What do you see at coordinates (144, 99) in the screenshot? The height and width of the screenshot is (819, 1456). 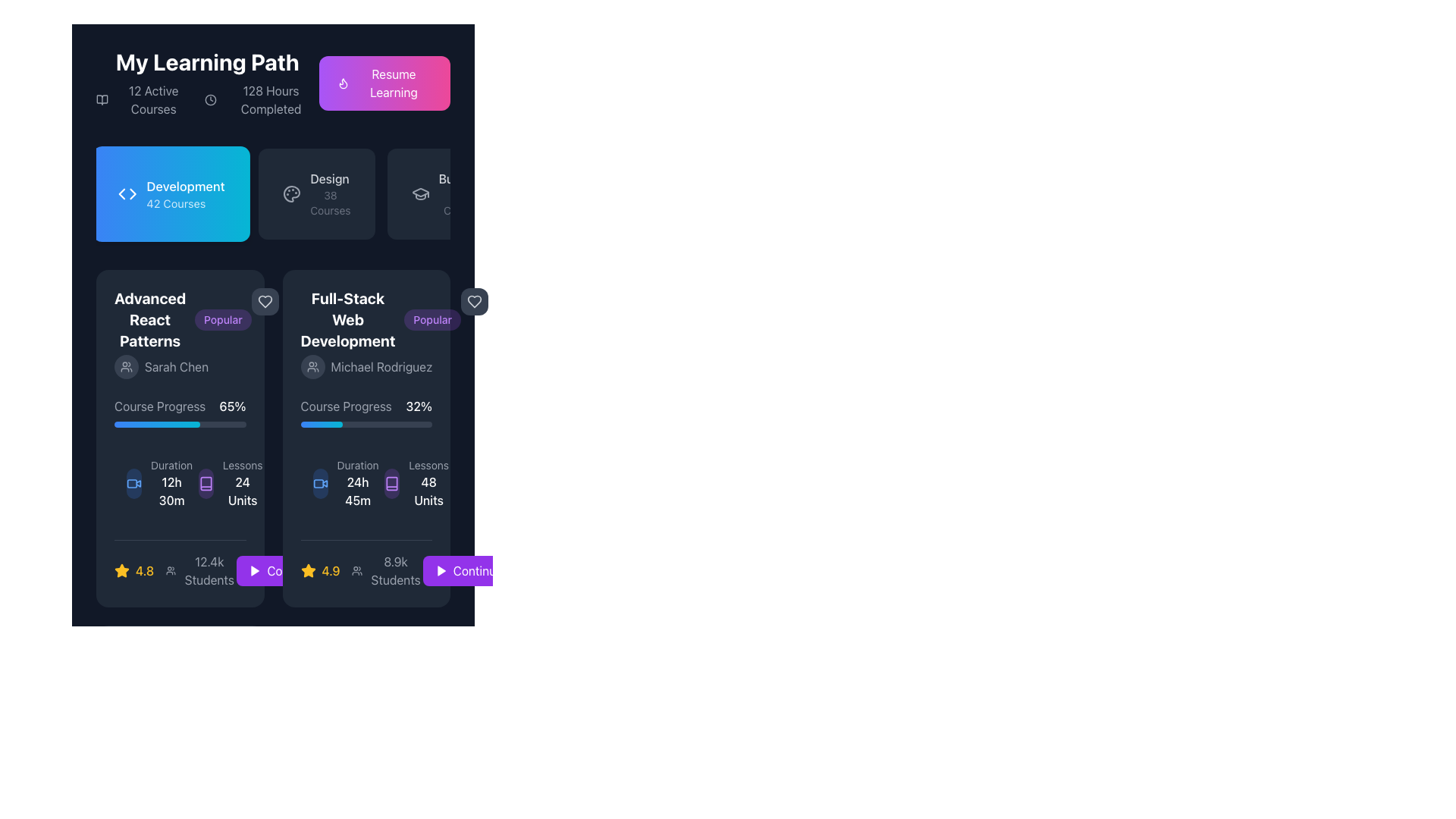 I see `summary of active courses, which is the Text with icon located at the upper segment of the visible content, to the left of the '128 Hours Completed' text` at bounding box center [144, 99].